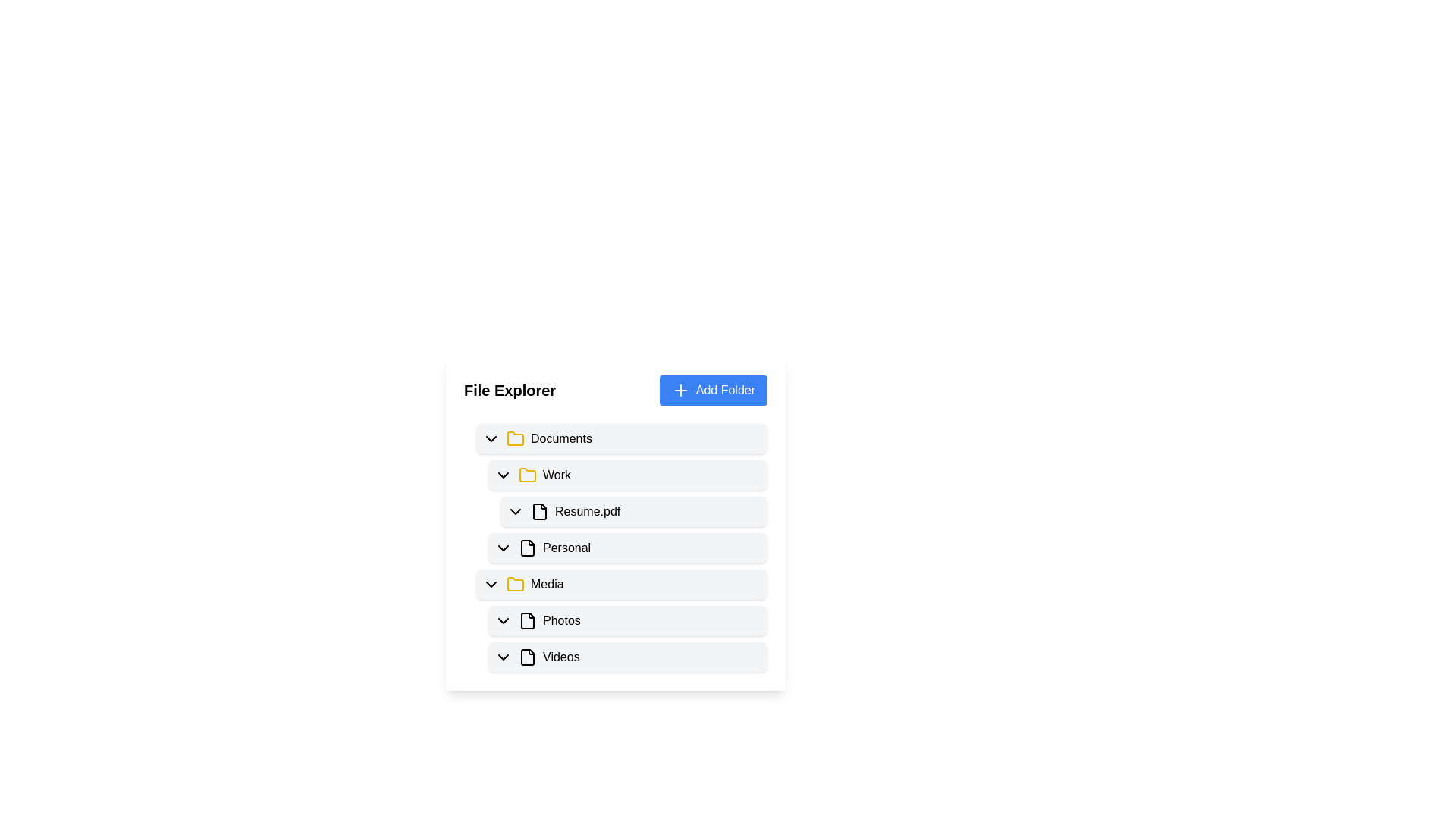  What do you see at coordinates (622, 491) in the screenshot?
I see `the 'Work' folder in the file explorer` at bounding box center [622, 491].